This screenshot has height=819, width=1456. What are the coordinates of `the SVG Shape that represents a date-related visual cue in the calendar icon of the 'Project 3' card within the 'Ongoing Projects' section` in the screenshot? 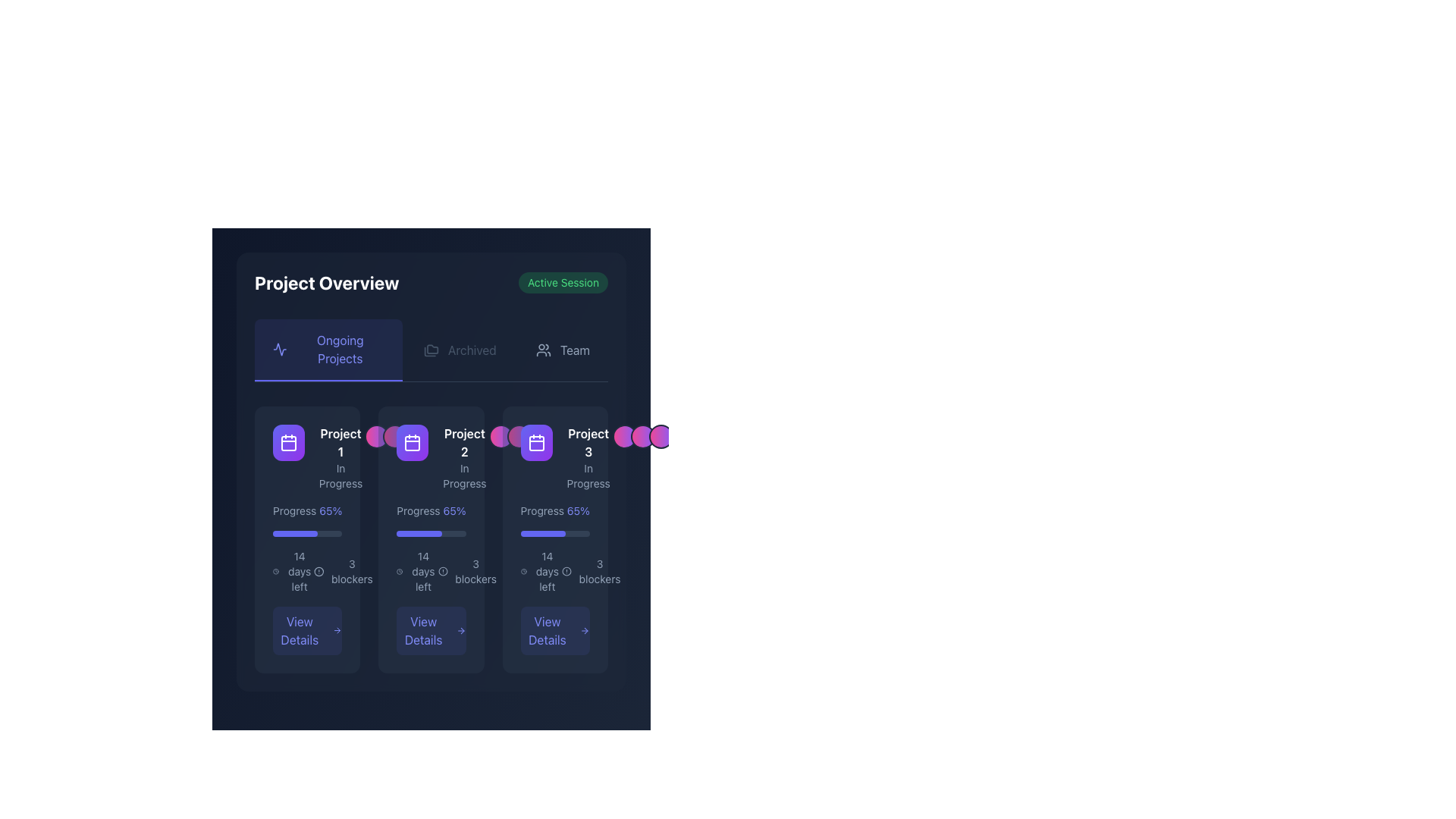 It's located at (536, 444).